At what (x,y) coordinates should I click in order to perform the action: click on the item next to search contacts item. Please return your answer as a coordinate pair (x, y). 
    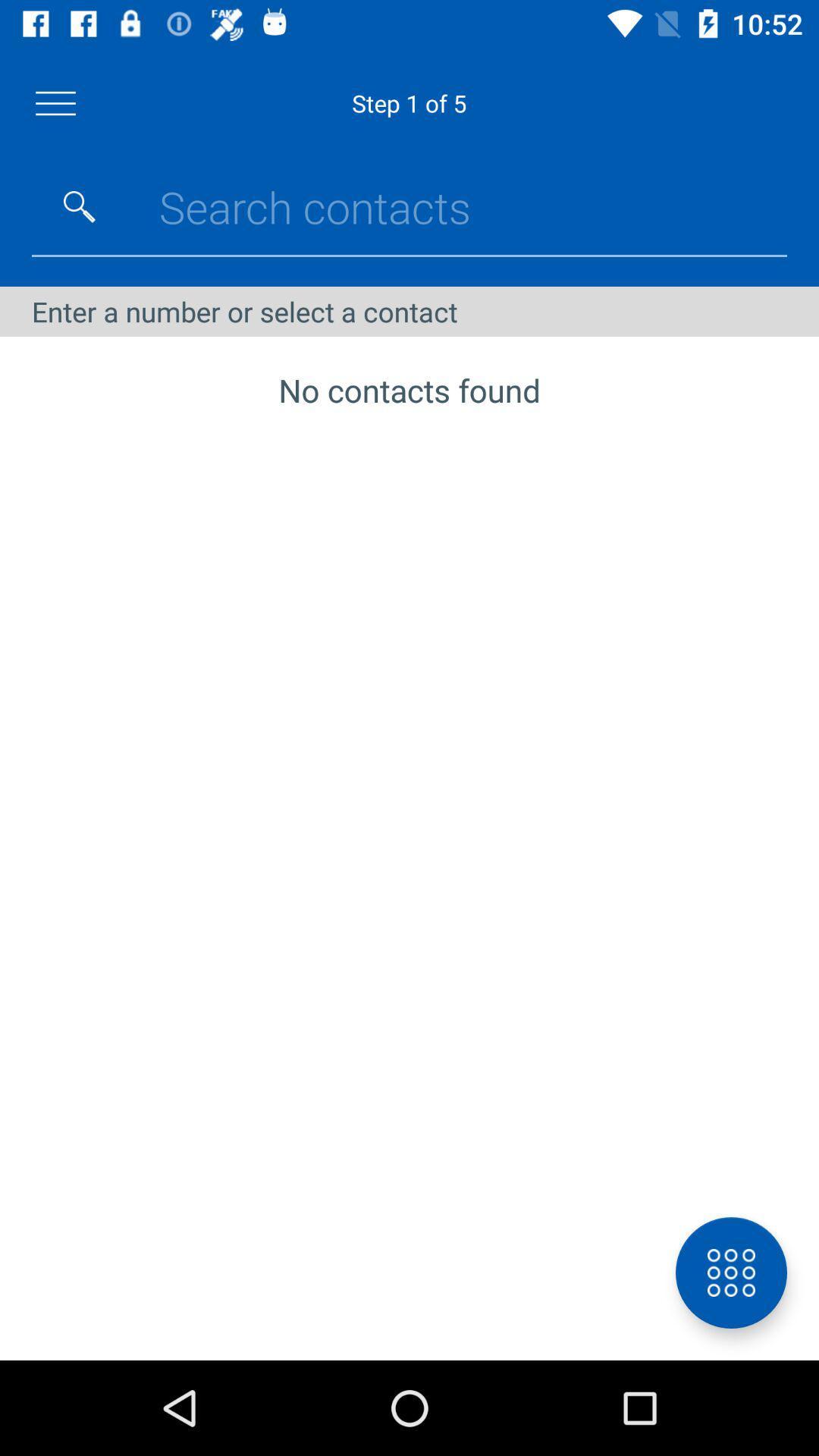
    Looking at the image, I should click on (79, 206).